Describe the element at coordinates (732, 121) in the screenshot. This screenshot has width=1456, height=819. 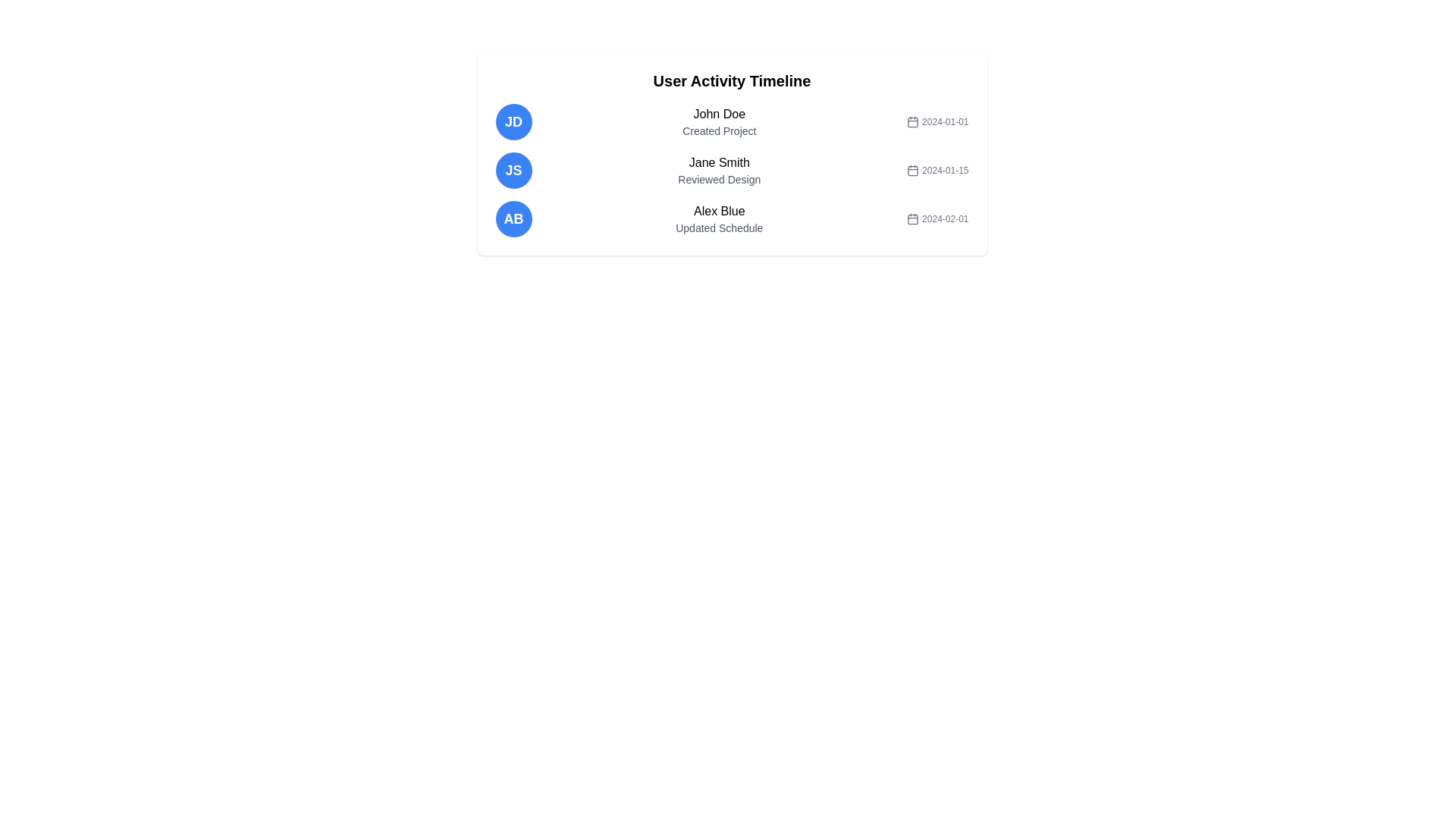
I see `displayed information from the first row of user activities, which shows the user's initials, name, performed action, and date of the activity` at that location.